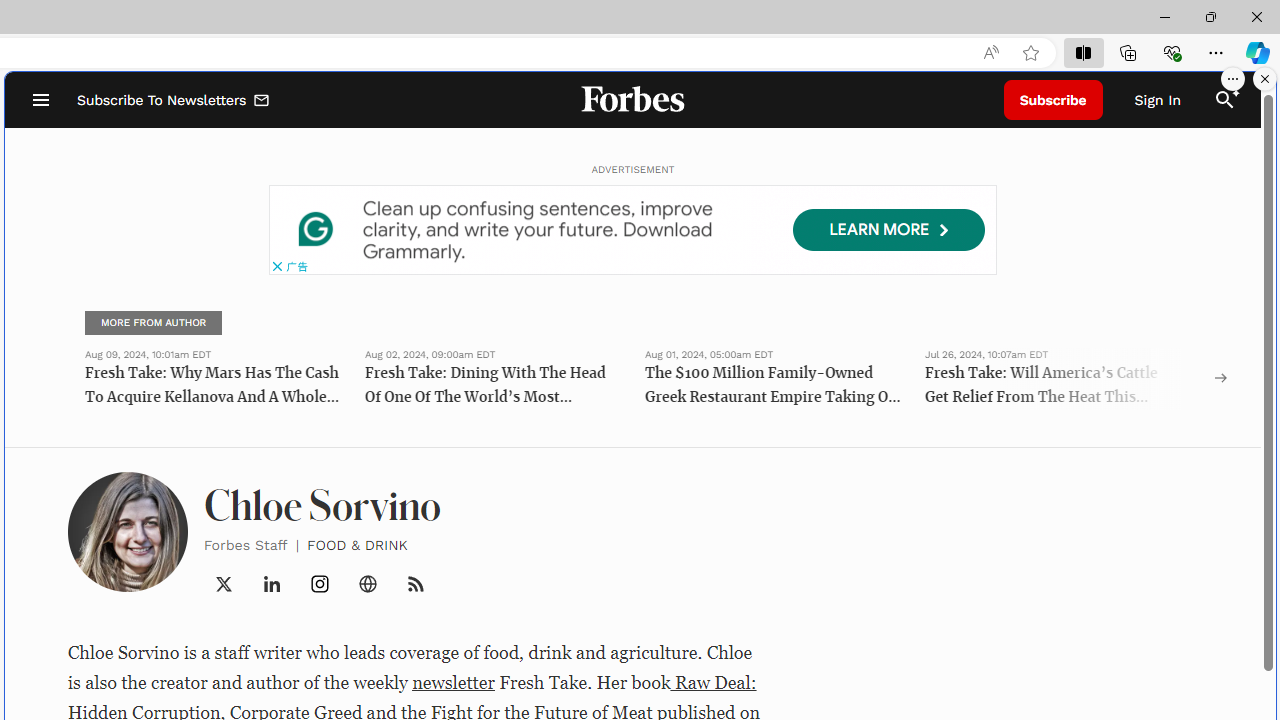  What do you see at coordinates (1232, 78) in the screenshot?
I see `'More options.'` at bounding box center [1232, 78].